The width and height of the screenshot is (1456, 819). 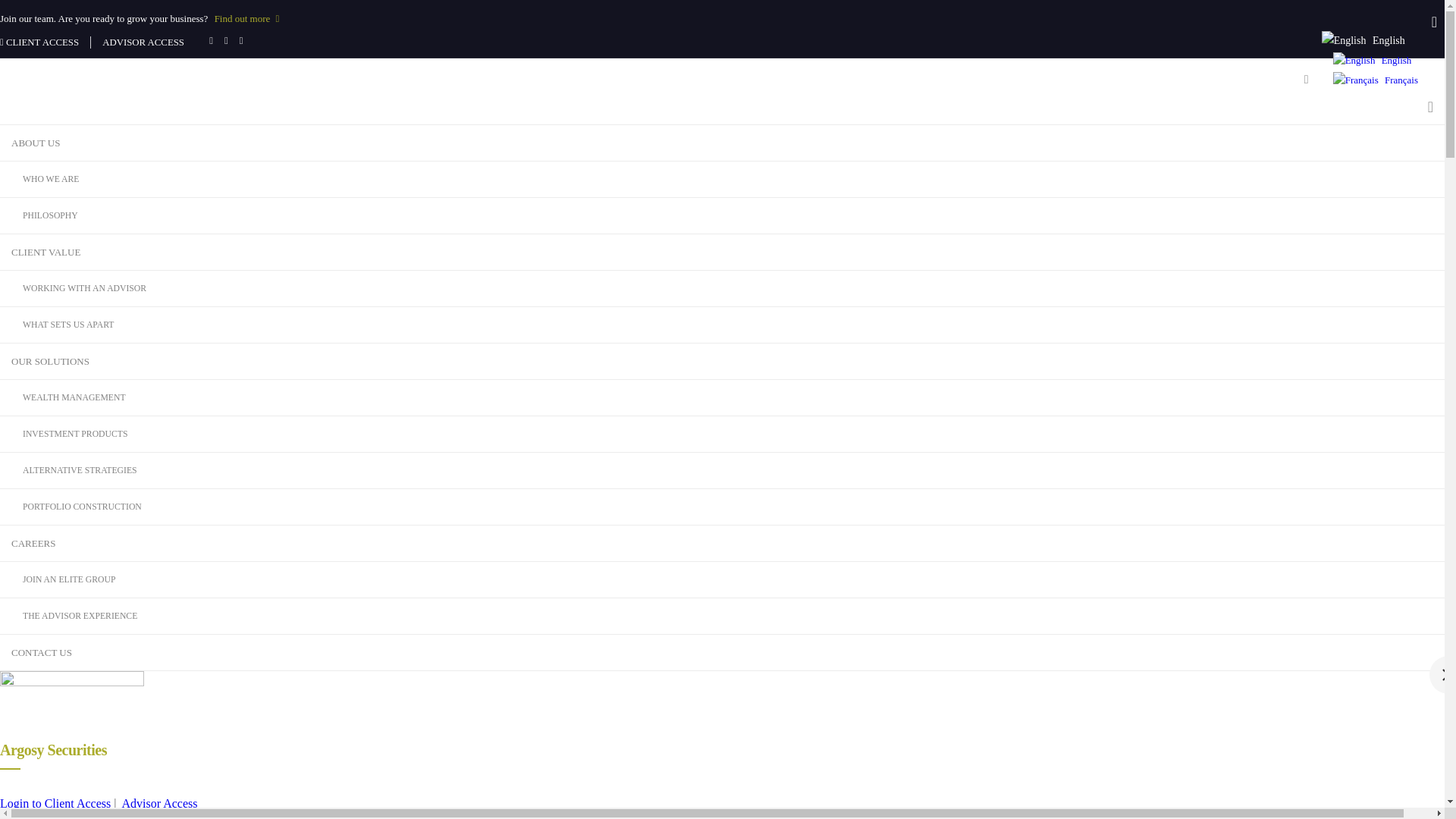 What do you see at coordinates (55, 802) in the screenshot?
I see `'Login to Client Access'` at bounding box center [55, 802].